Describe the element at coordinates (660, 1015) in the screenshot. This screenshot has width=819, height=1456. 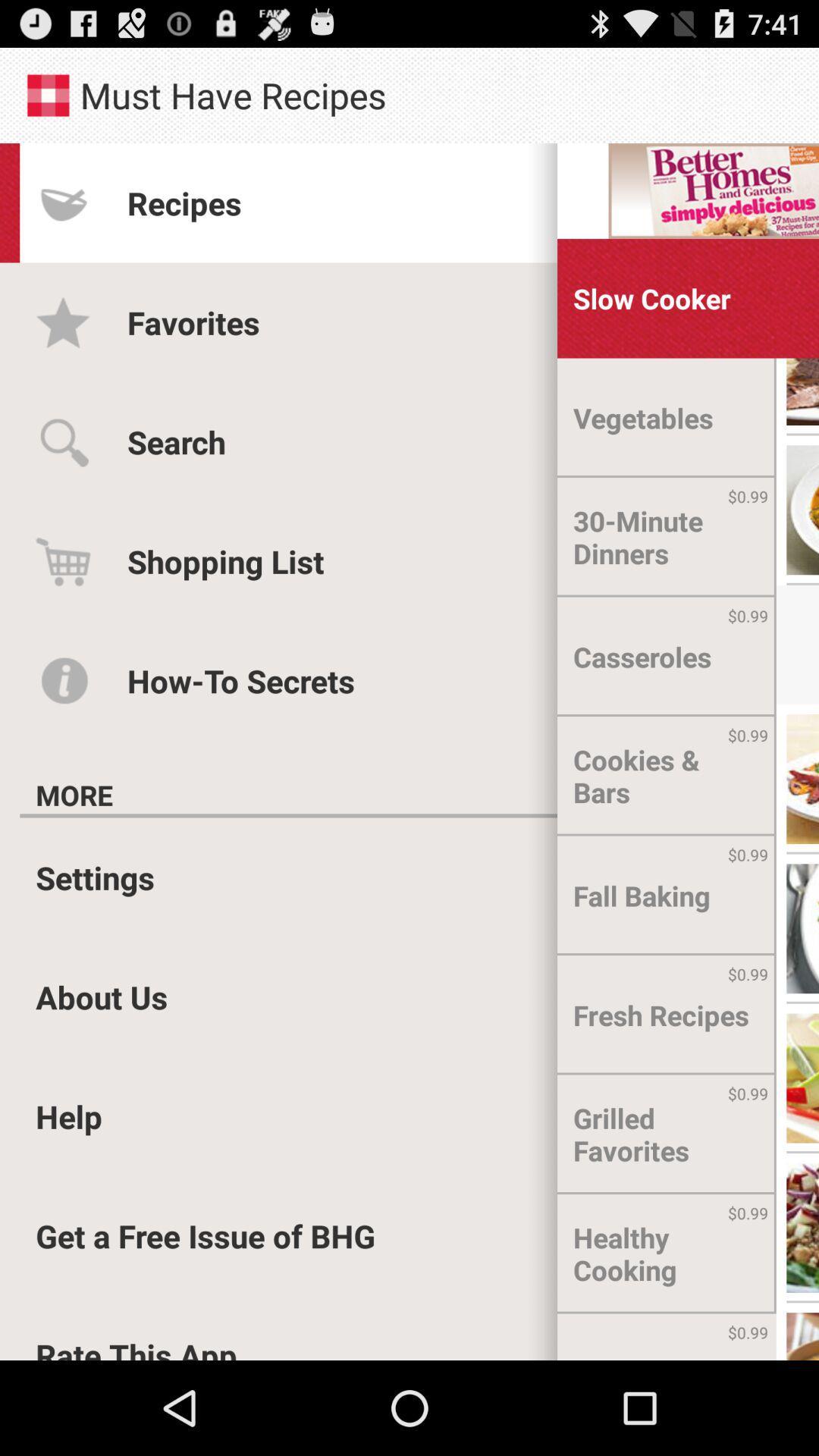
I see `the icon next to the about us item` at that location.